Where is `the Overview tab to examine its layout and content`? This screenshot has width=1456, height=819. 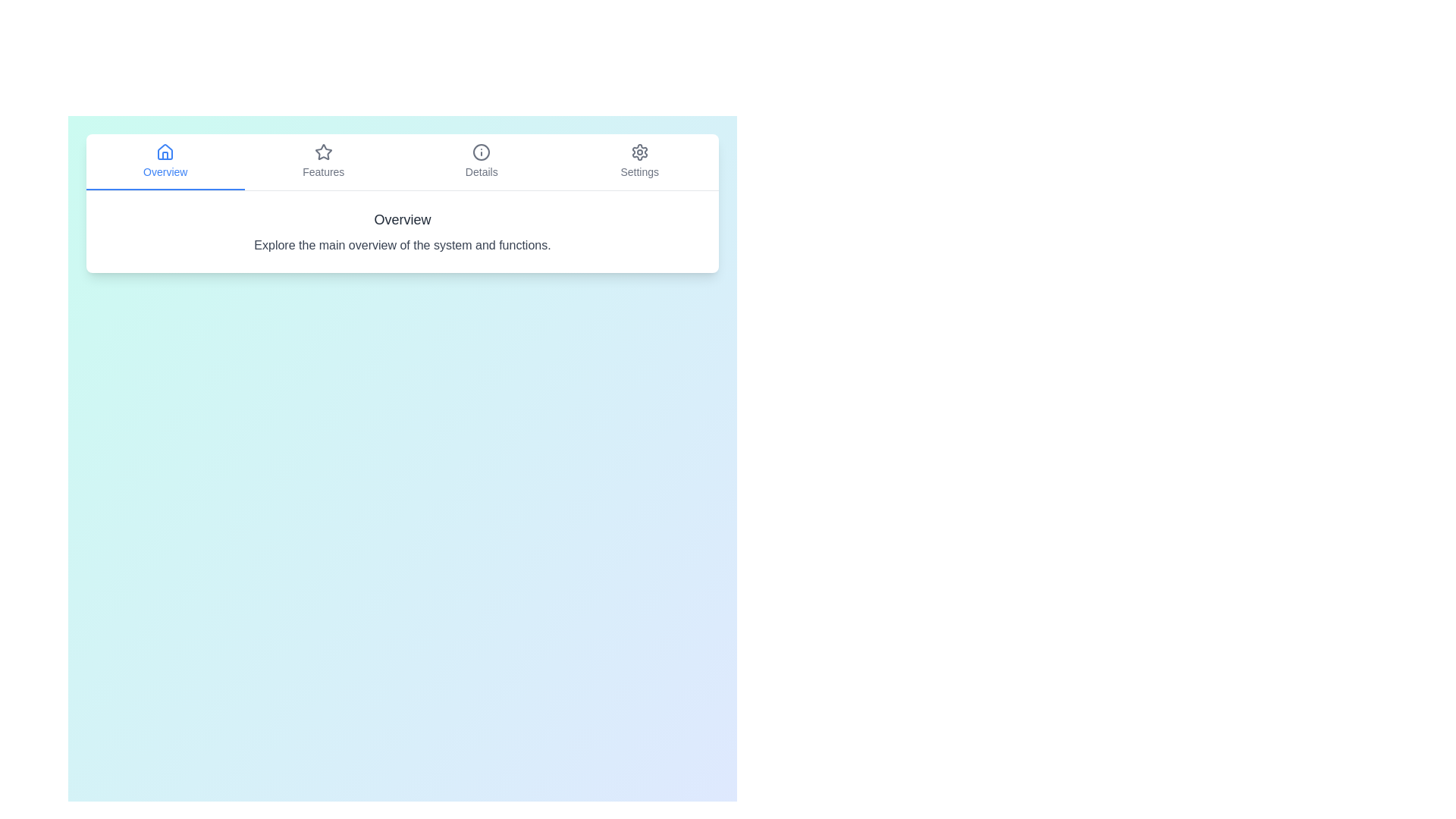 the Overview tab to examine its layout and content is located at coordinates (165, 162).